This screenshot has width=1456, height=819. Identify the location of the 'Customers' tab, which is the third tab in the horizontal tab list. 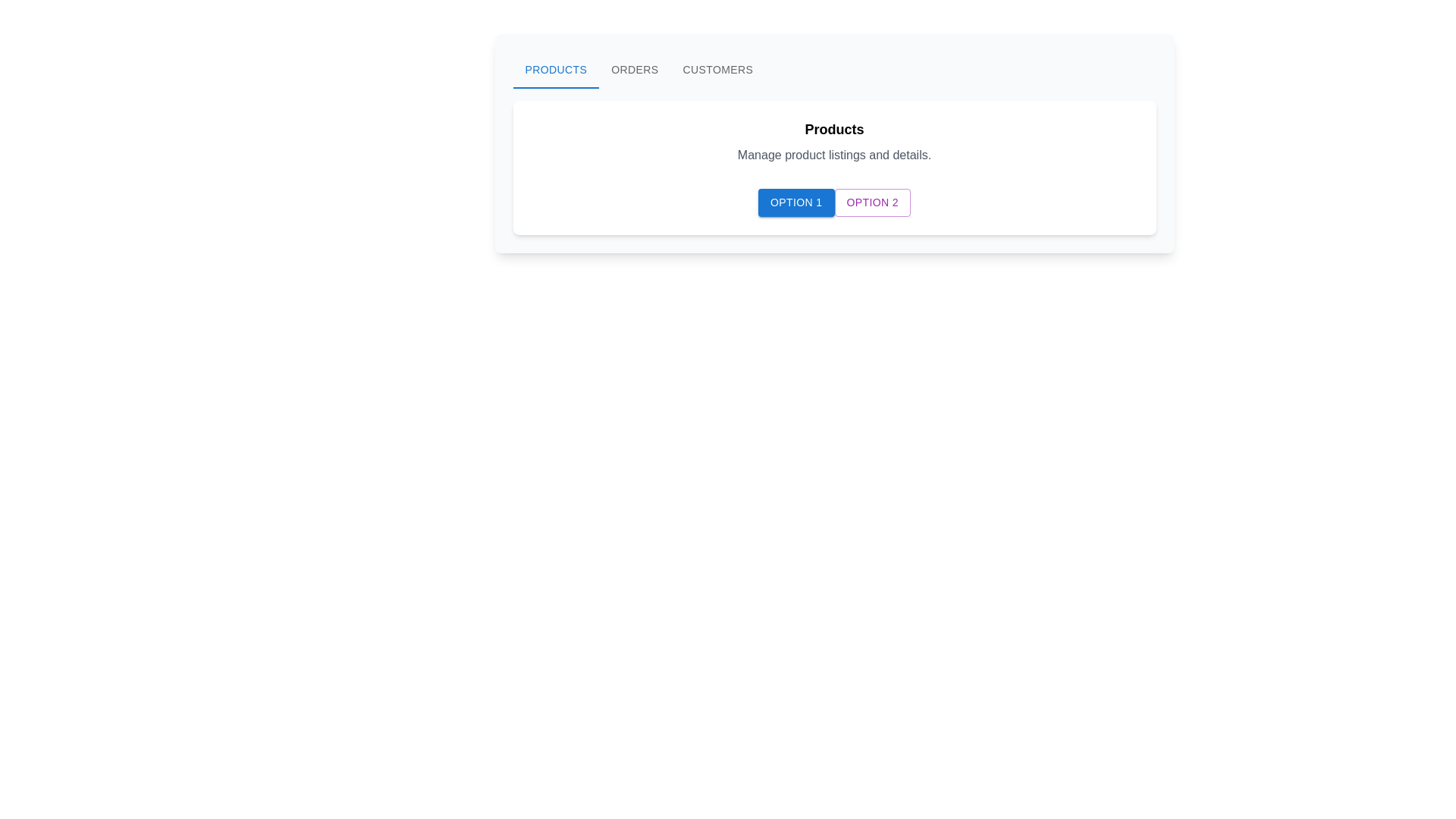
(717, 70).